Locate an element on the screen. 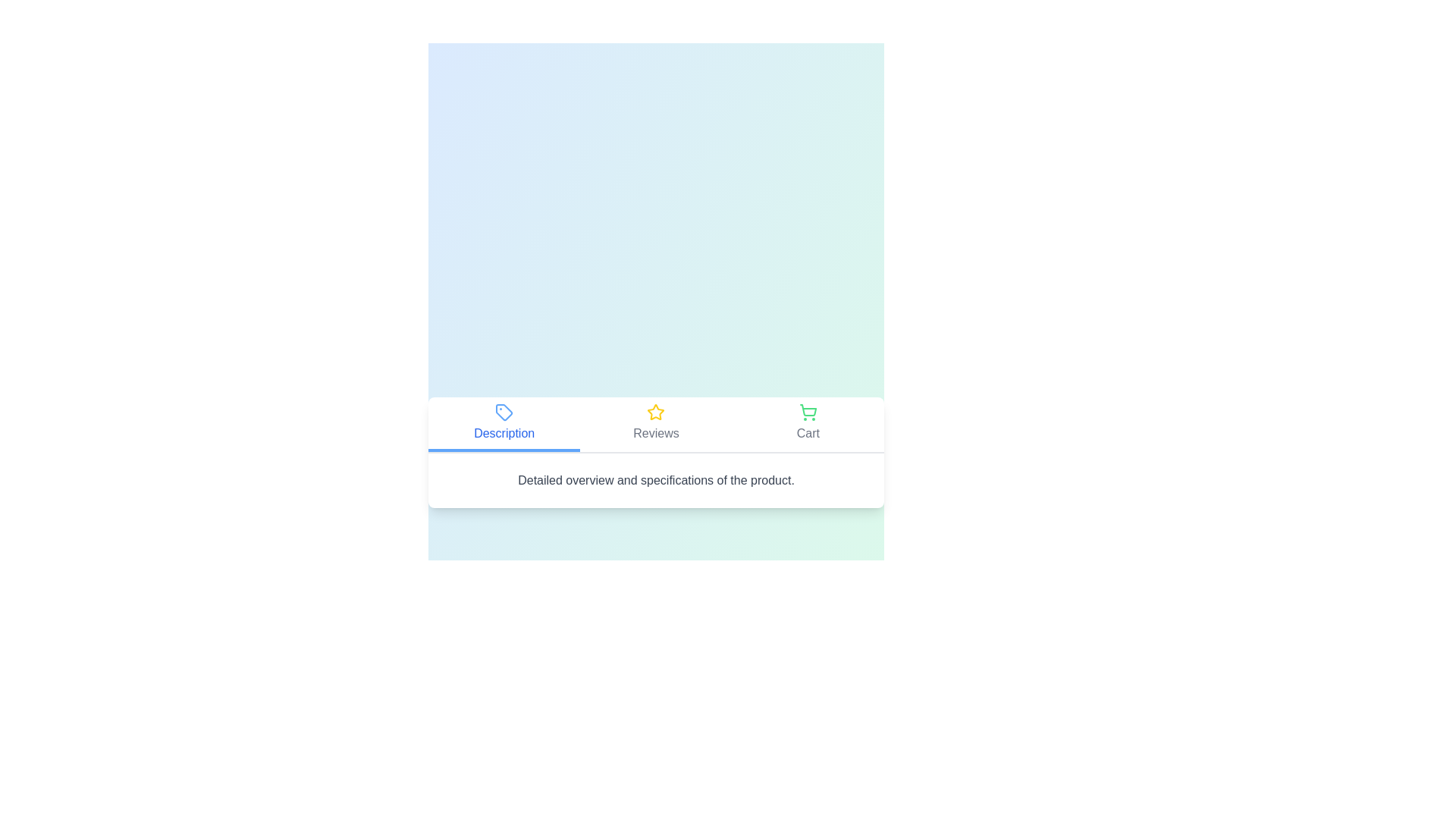 This screenshot has height=819, width=1456. the Cart tab is located at coordinates (807, 424).